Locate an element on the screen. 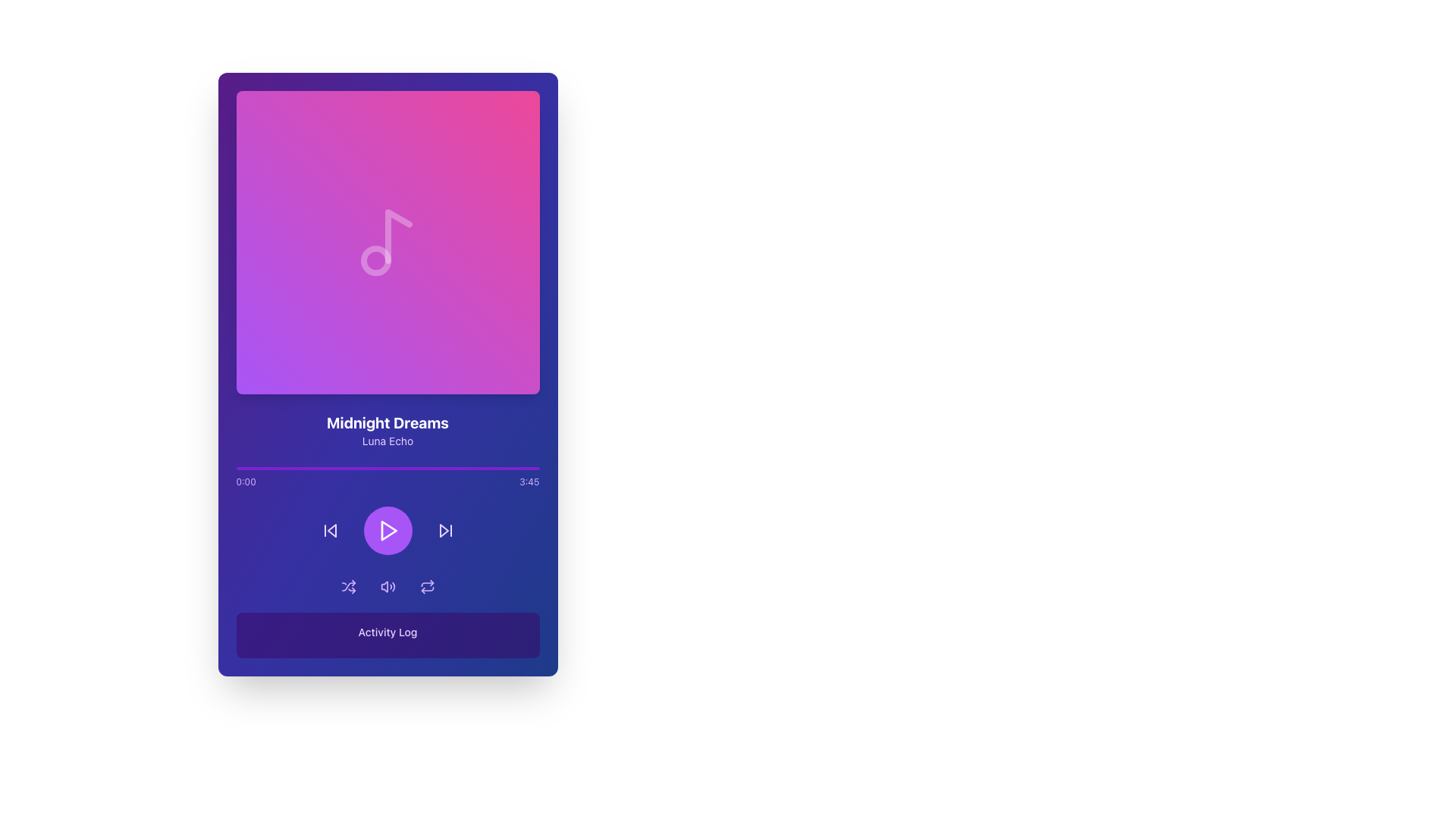 Image resolution: width=1456 pixels, height=819 pixels. the play icon within the circular button located at the center of the music playback interface to observe further effects is located at coordinates (388, 529).